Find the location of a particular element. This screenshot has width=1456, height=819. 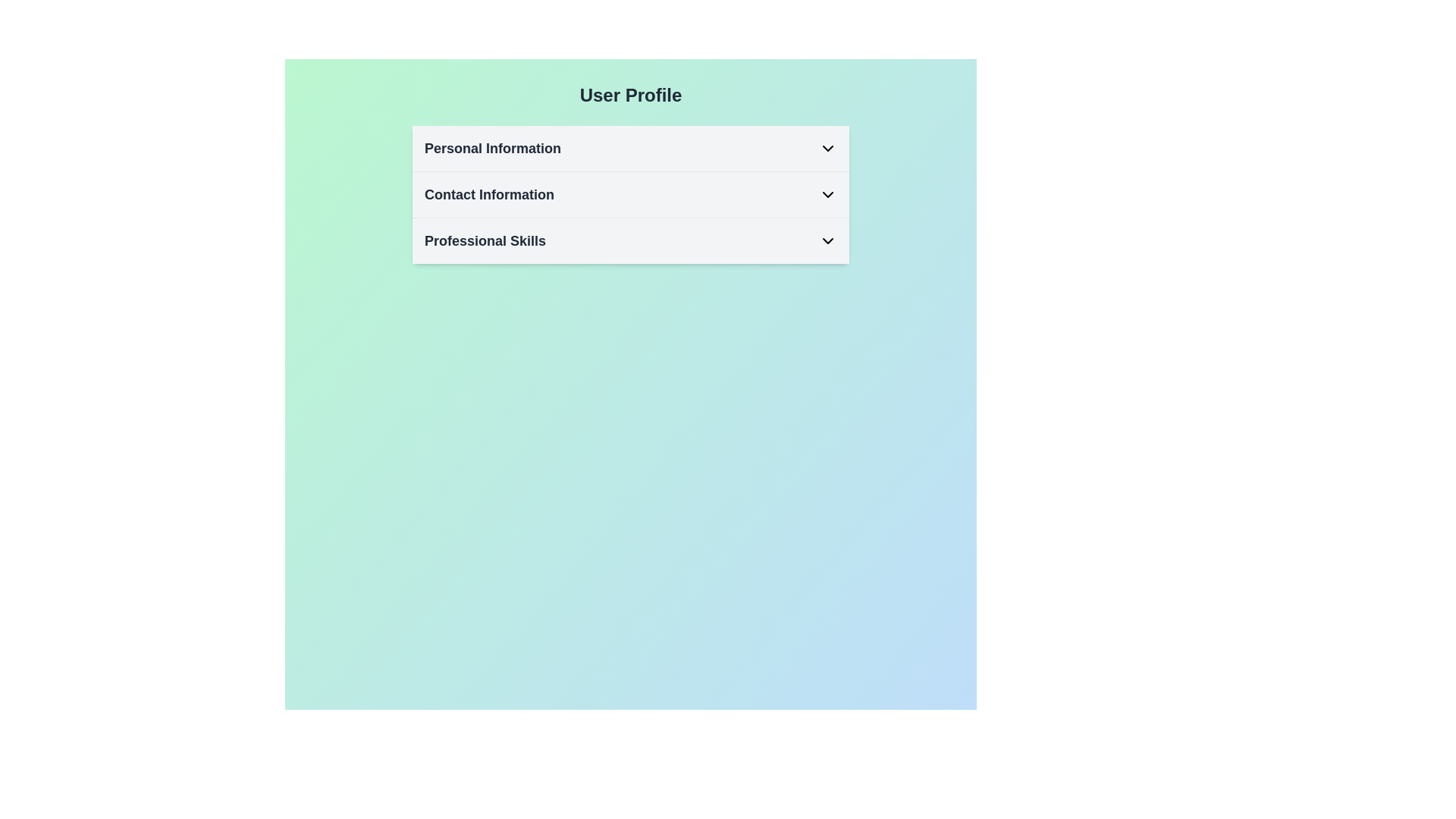

the chevron-down icon representing the dropdown toggle for the 'Professional Skills' menu is located at coordinates (827, 240).